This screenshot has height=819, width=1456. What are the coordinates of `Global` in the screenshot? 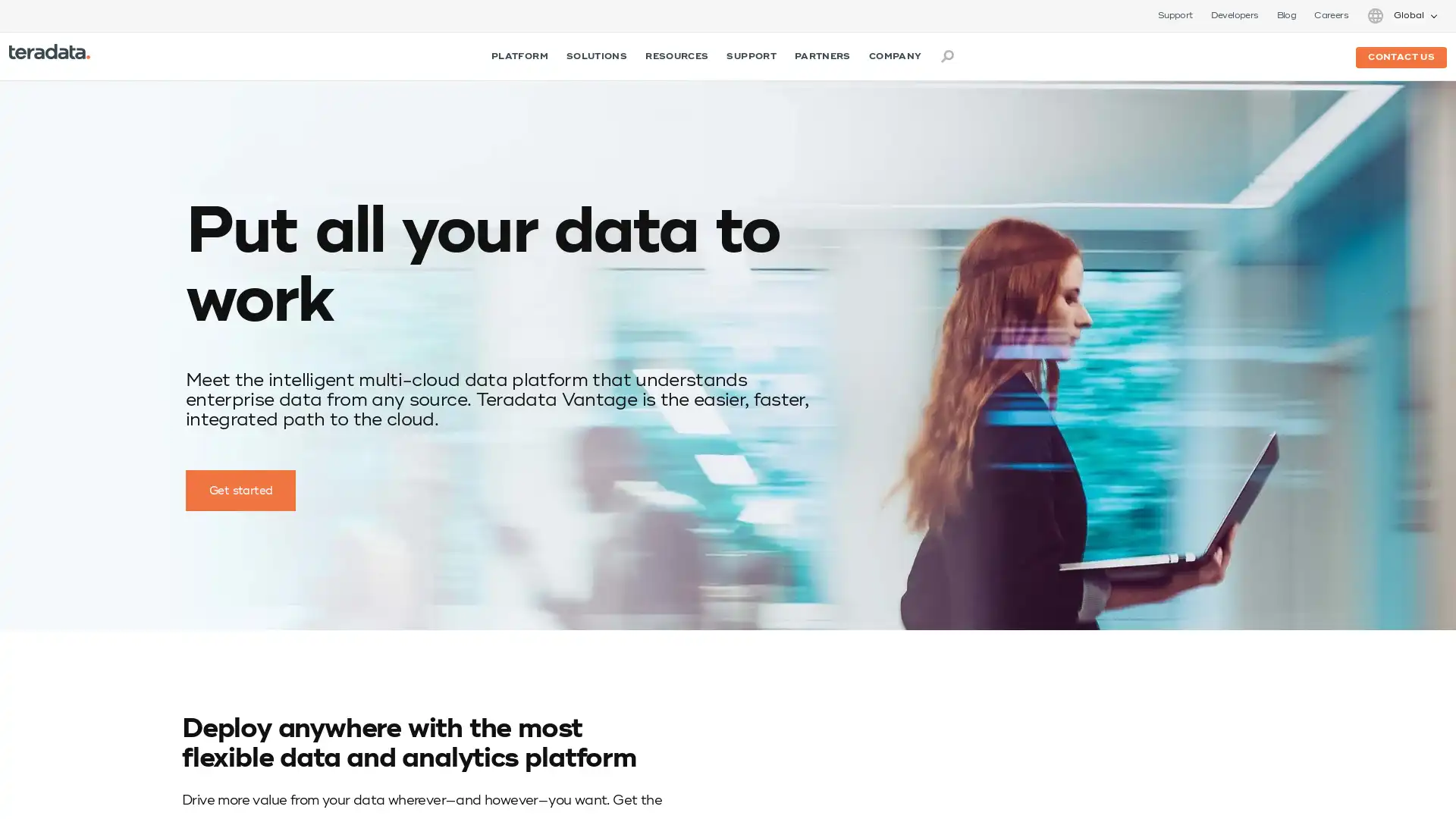 It's located at (1401, 15).